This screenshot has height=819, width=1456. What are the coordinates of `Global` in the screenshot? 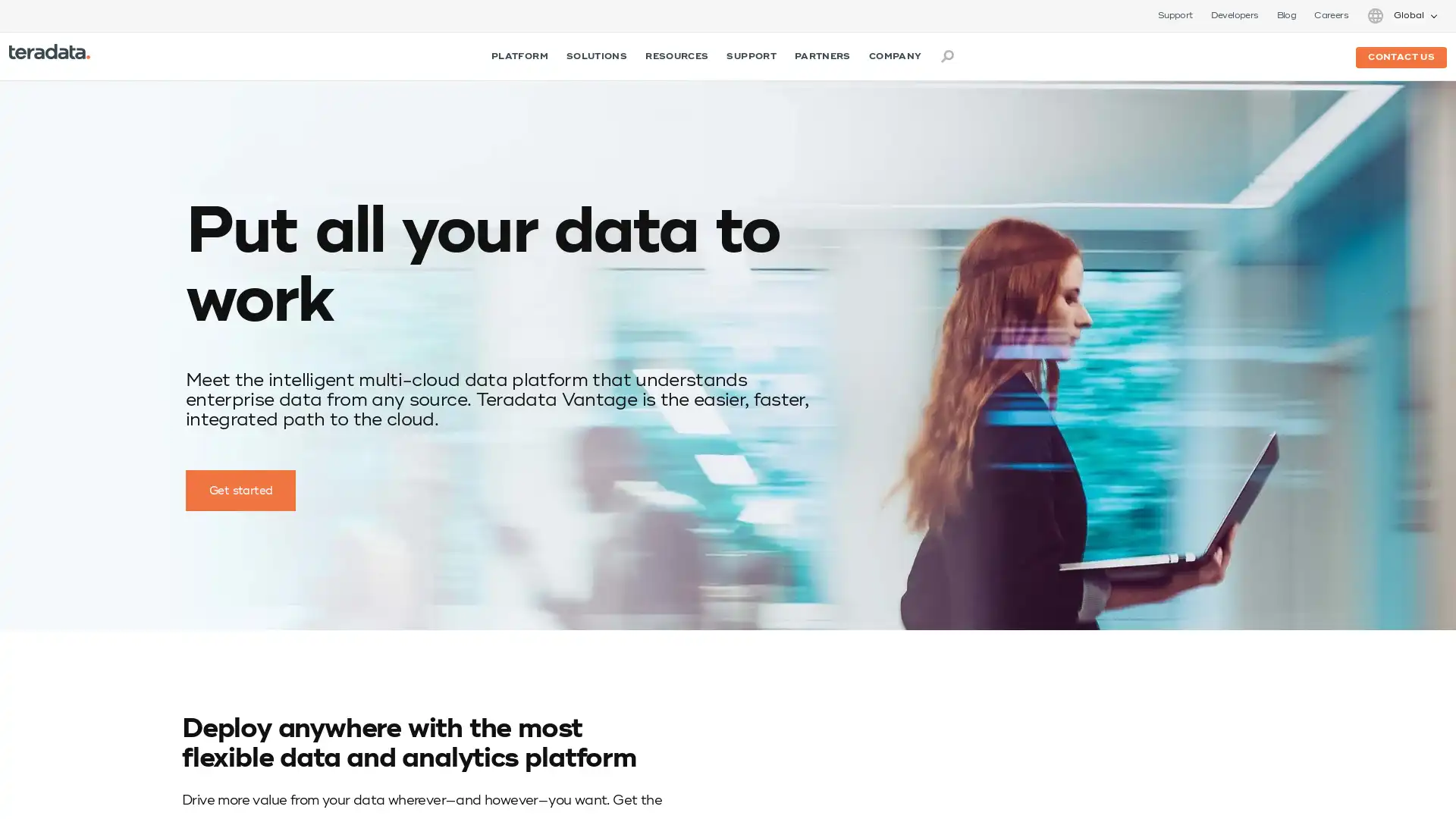 It's located at (1401, 15).